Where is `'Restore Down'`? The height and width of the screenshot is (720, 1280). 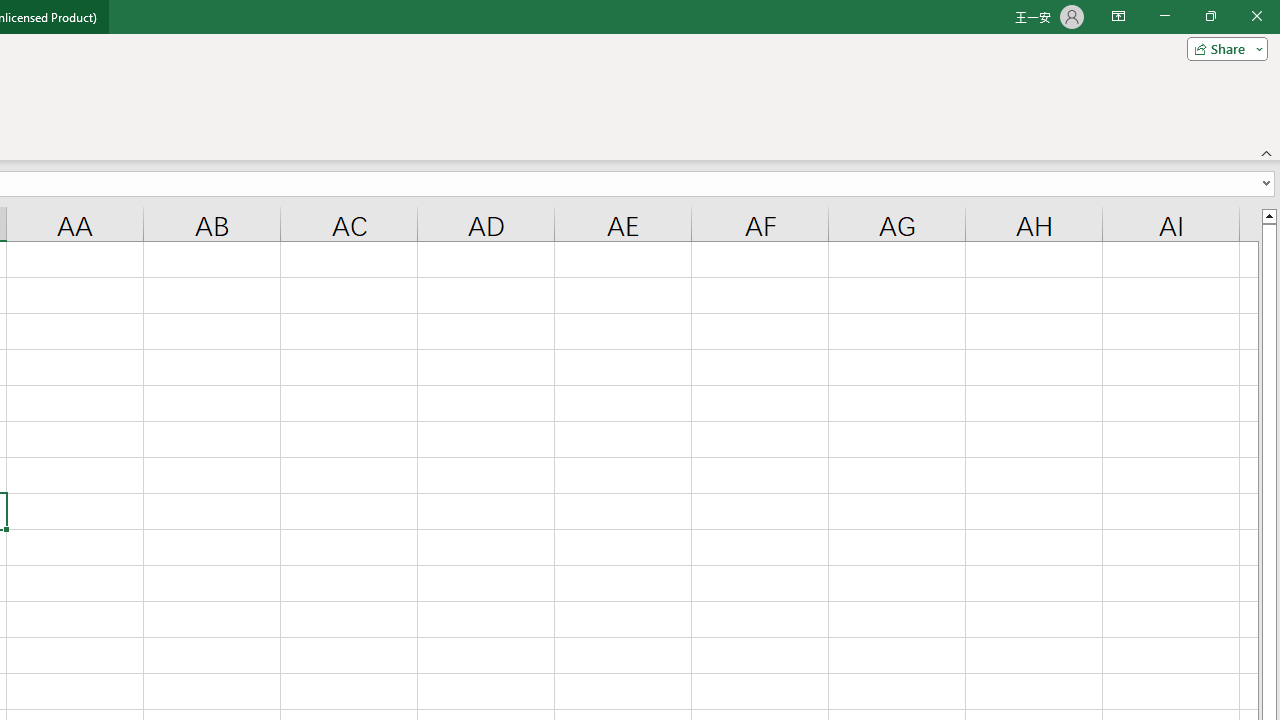 'Restore Down' is located at coordinates (1209, 16).